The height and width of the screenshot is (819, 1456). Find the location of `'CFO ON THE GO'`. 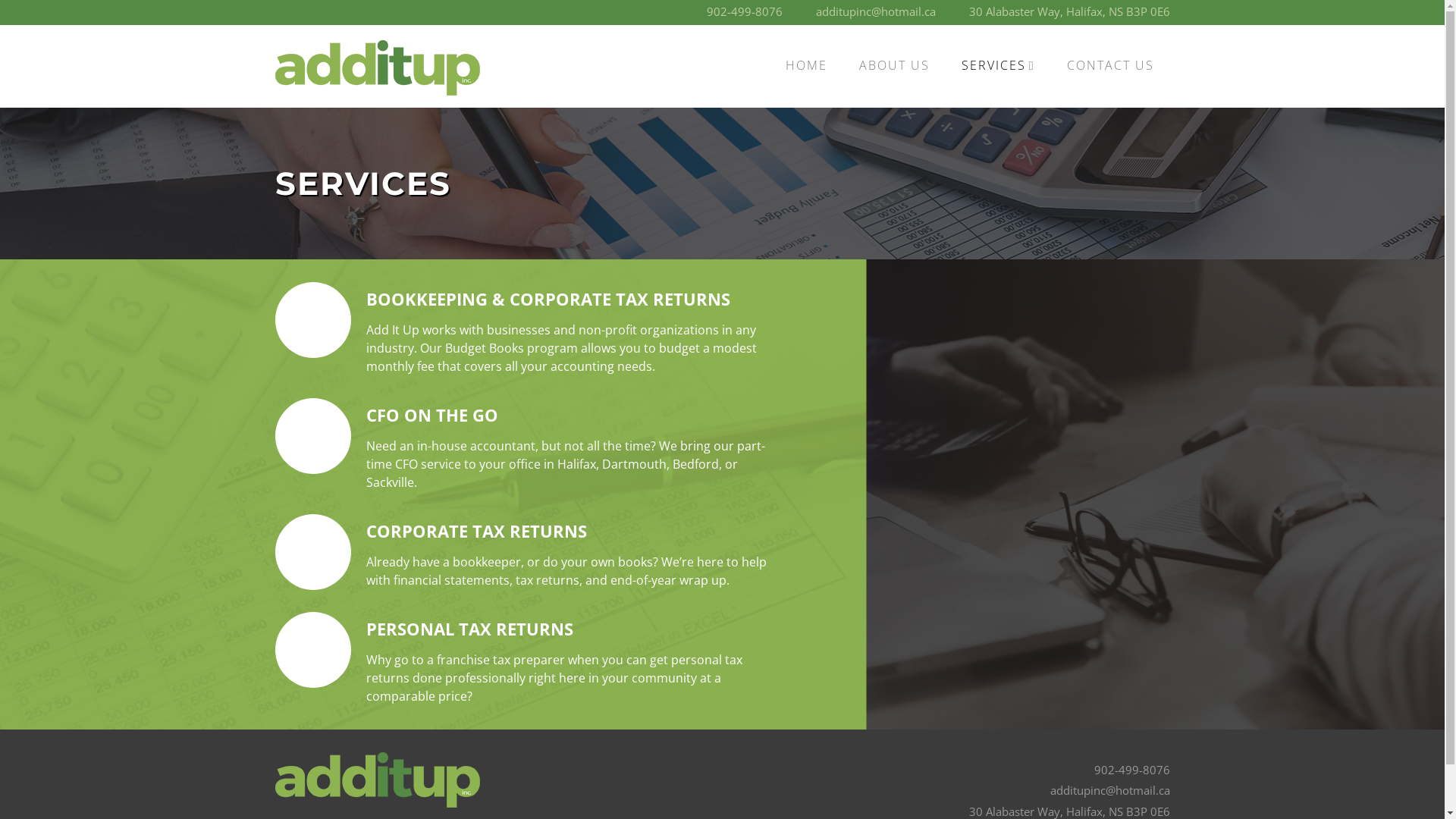

'CFO ON THE GO' is located at coordinates (365, 415).